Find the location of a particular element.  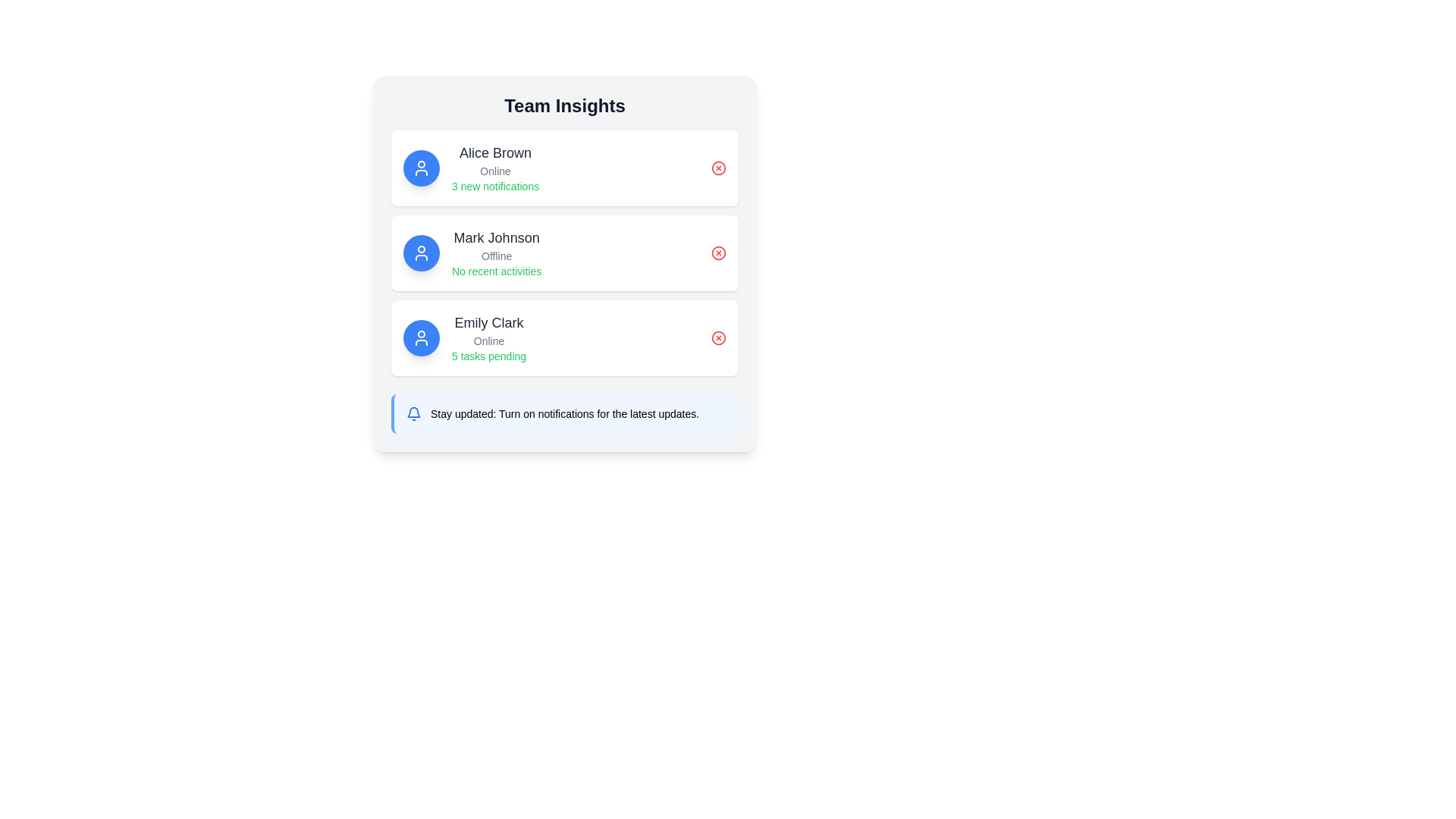

the text label indicating Mark Johnson's online status, which shows that he is currently offline, located below his name in the middle card of the vertical card list is located at coordinates (497, 256).